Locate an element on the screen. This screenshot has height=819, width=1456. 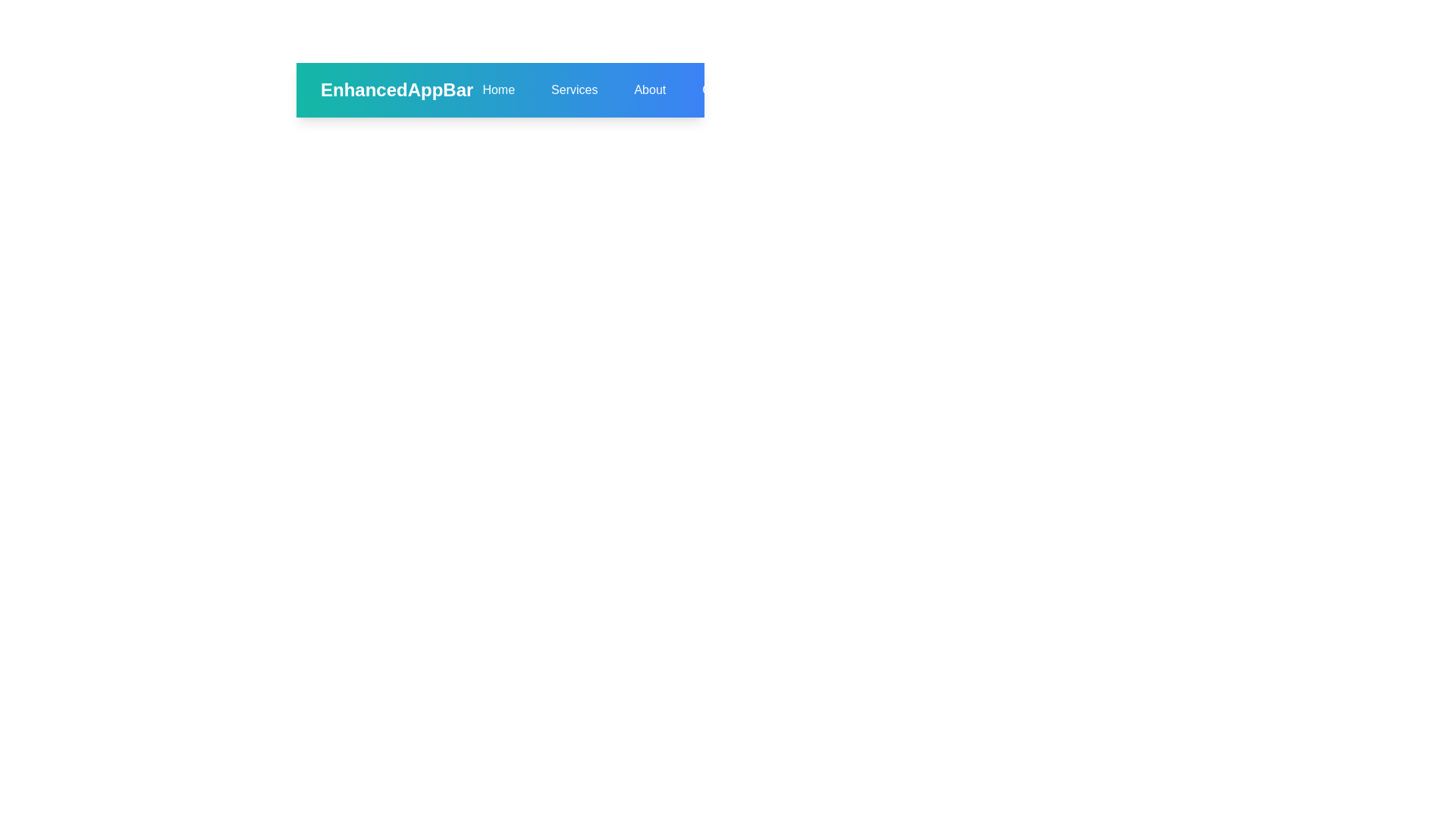
the Services navigation link is located at coordinates (573, 90).